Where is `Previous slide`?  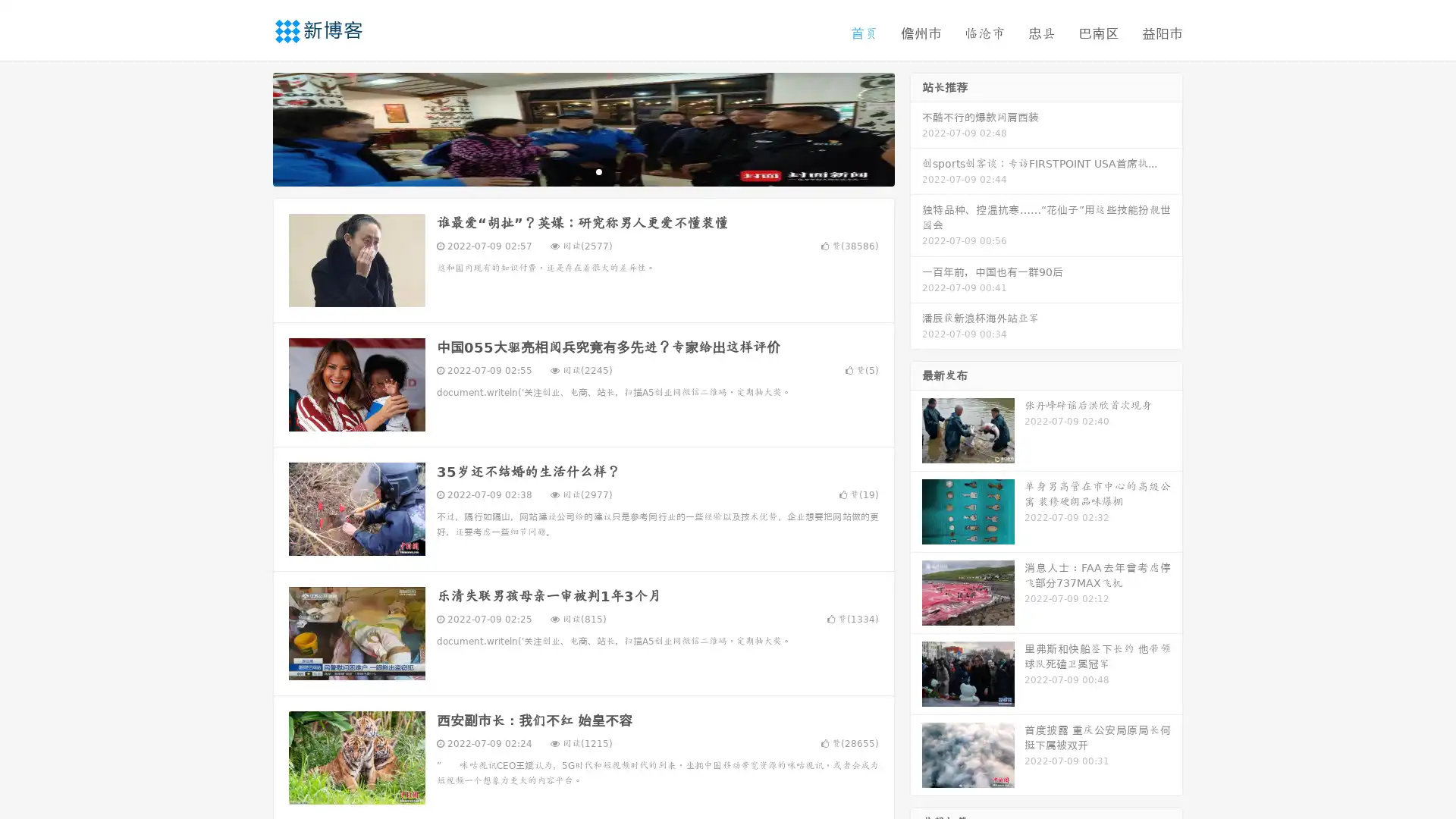
Previous slide is located at coordinates (250, 127).